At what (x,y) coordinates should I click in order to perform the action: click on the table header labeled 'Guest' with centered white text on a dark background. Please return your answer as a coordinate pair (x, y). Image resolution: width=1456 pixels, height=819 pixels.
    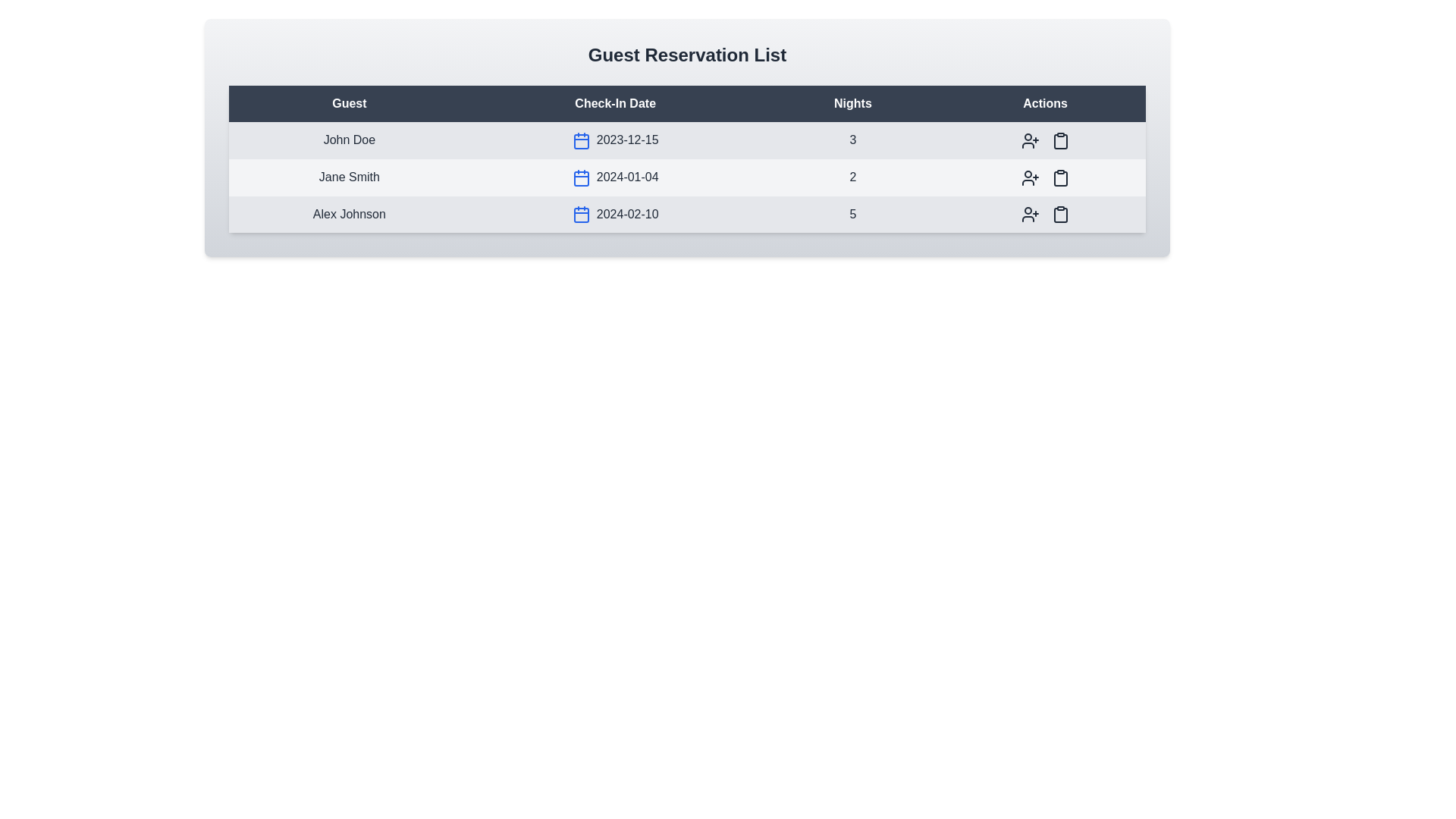
    Looking at the image, I should click on (348, 103).